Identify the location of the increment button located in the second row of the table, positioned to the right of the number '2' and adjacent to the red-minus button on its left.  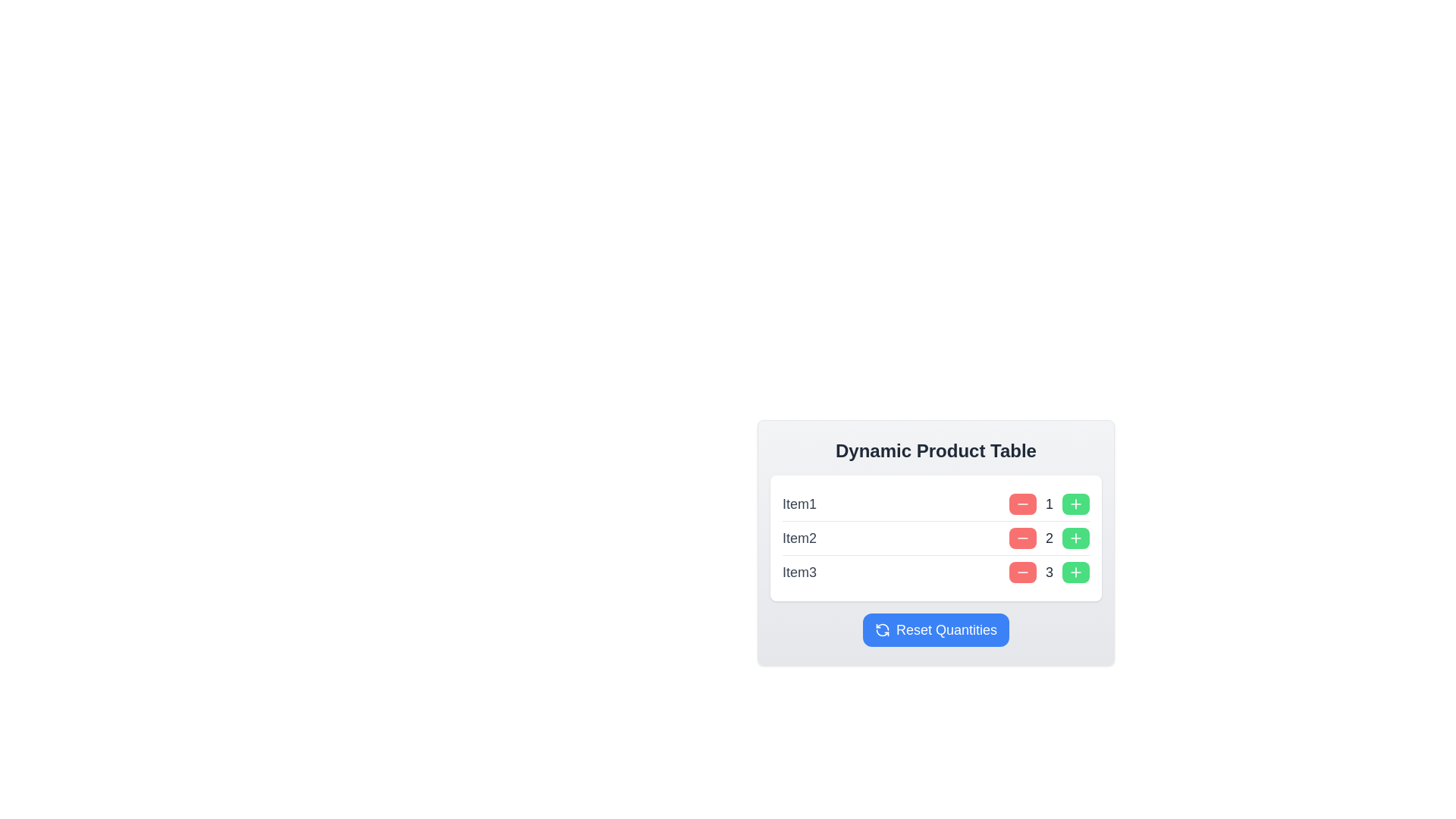
(1075, 537).